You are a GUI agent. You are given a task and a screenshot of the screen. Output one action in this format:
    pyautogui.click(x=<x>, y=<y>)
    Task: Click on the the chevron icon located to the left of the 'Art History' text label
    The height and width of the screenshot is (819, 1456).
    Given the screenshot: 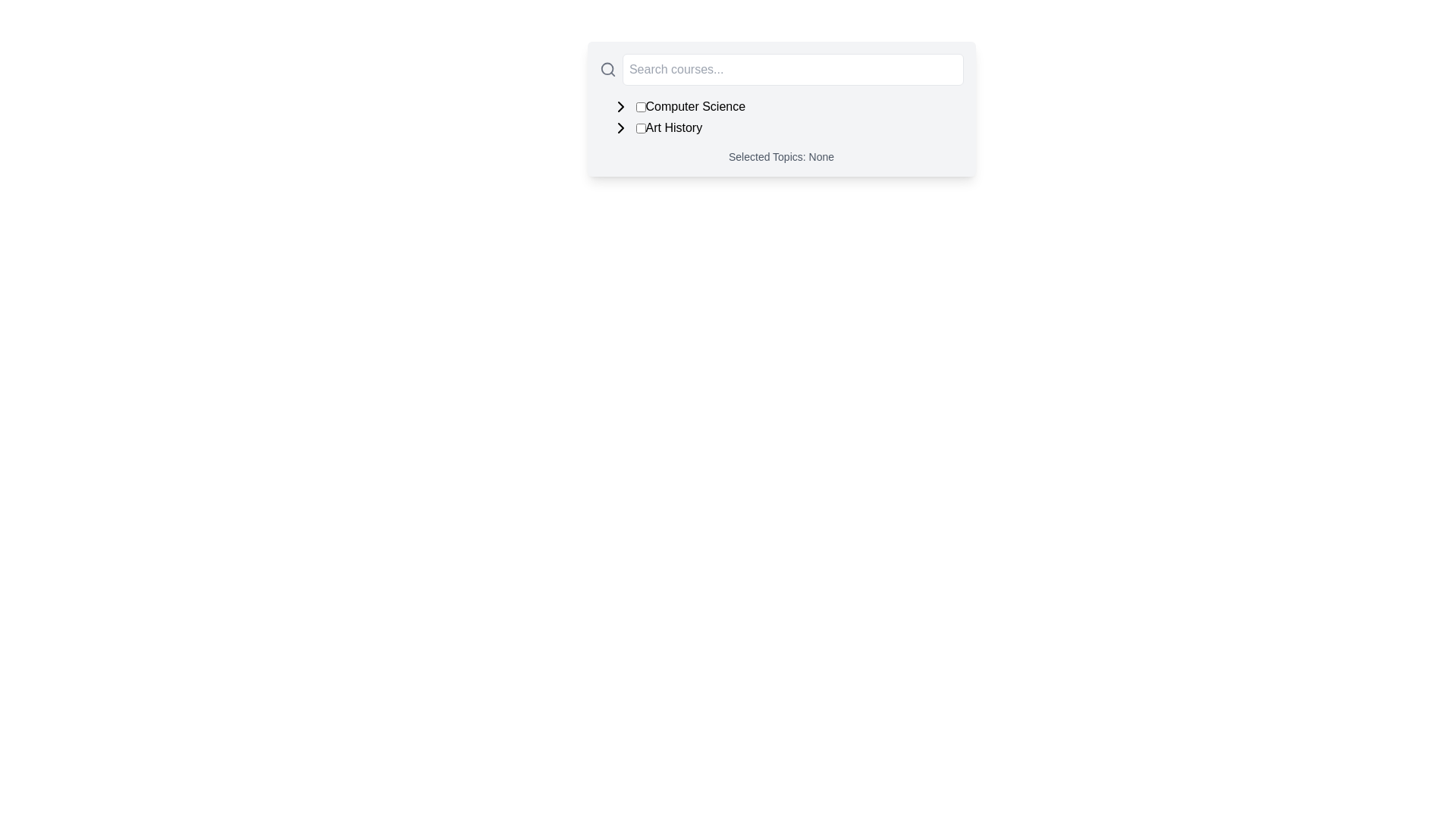 What is the action you would take?
    pyautogui.click(x=620, y=127)
    